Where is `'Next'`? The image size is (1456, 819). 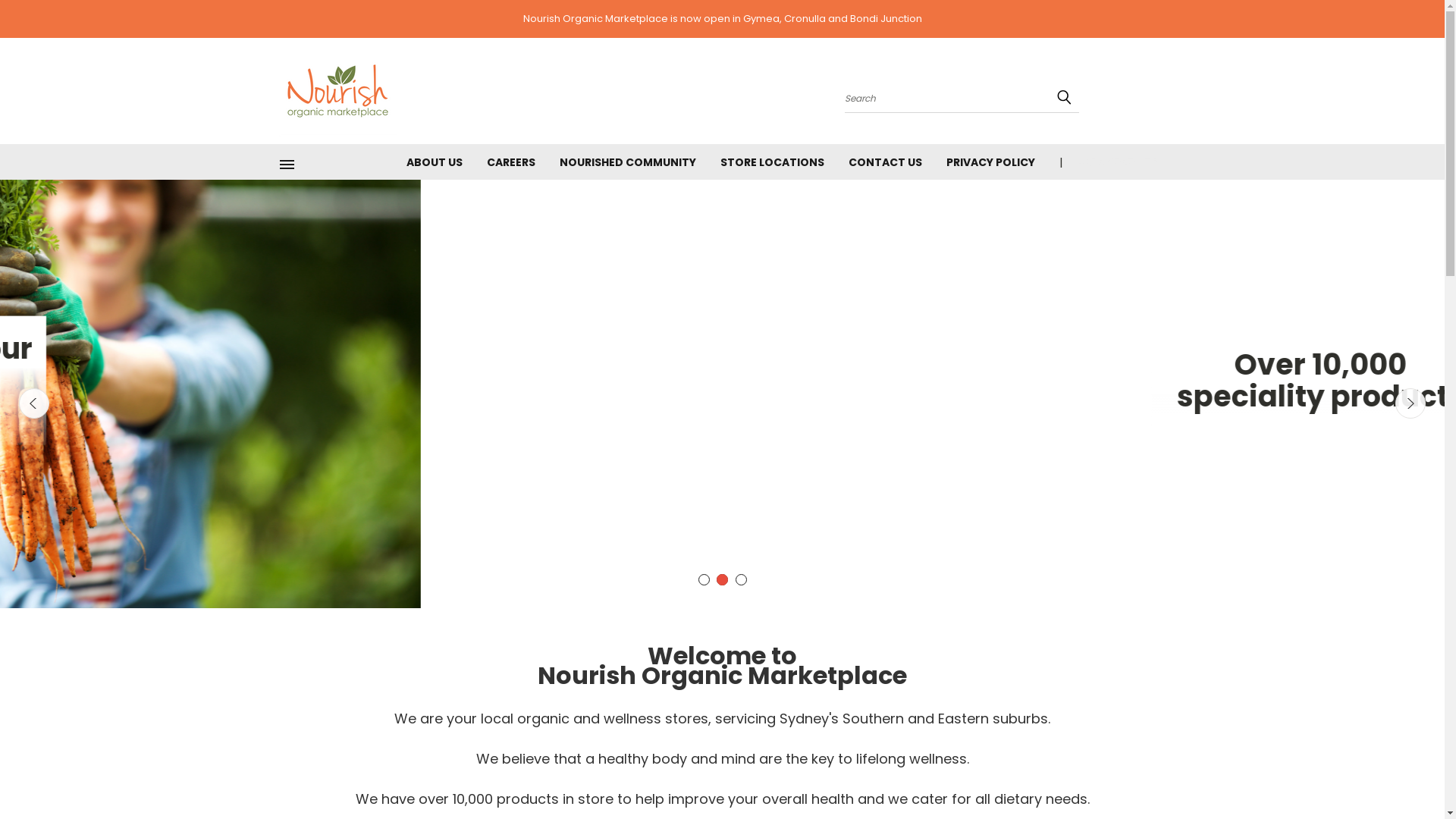 'Next' is located at coordinates (1395, 403).